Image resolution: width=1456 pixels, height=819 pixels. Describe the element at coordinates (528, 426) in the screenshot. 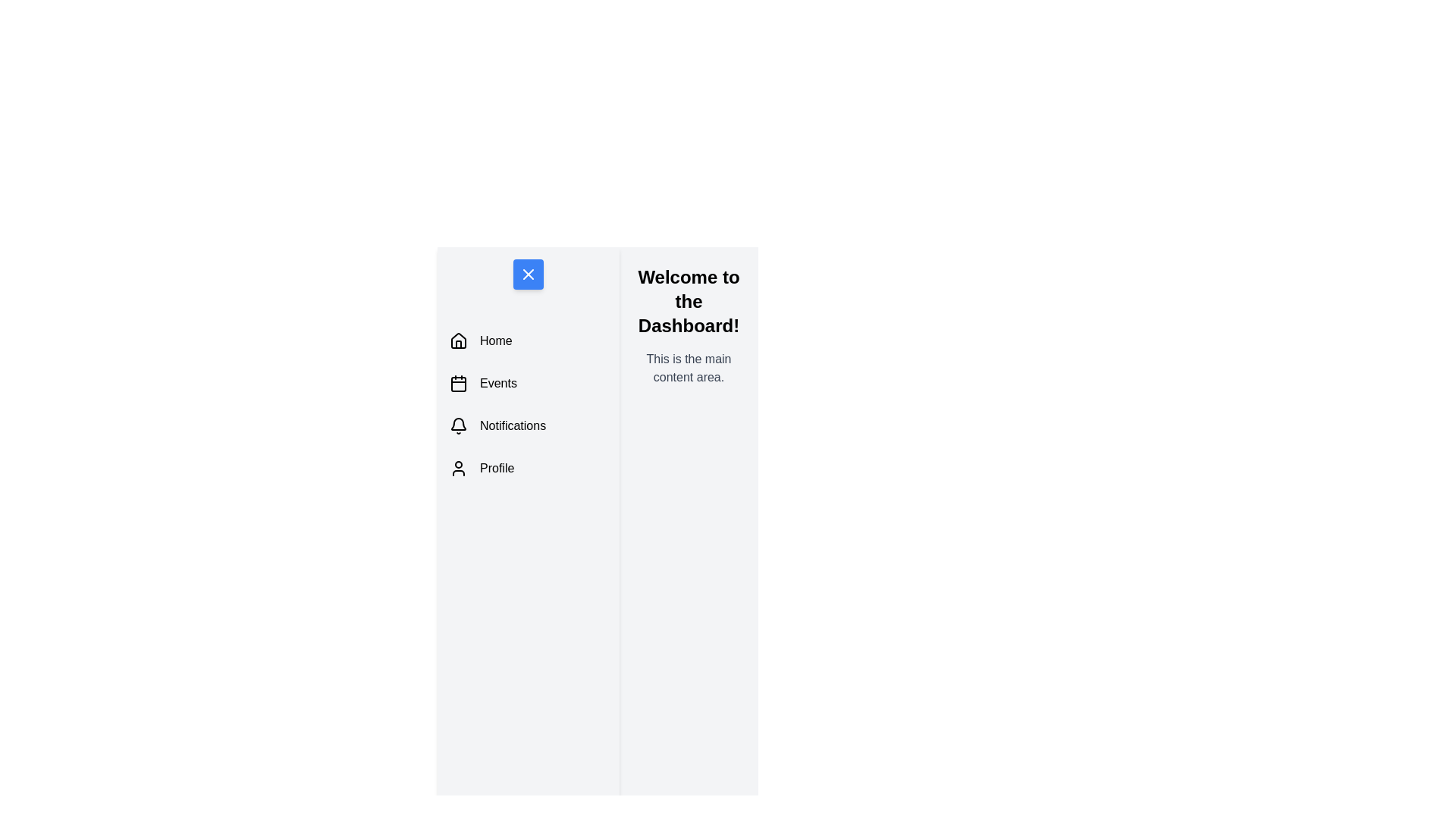

I see `the third menu item` at that location.